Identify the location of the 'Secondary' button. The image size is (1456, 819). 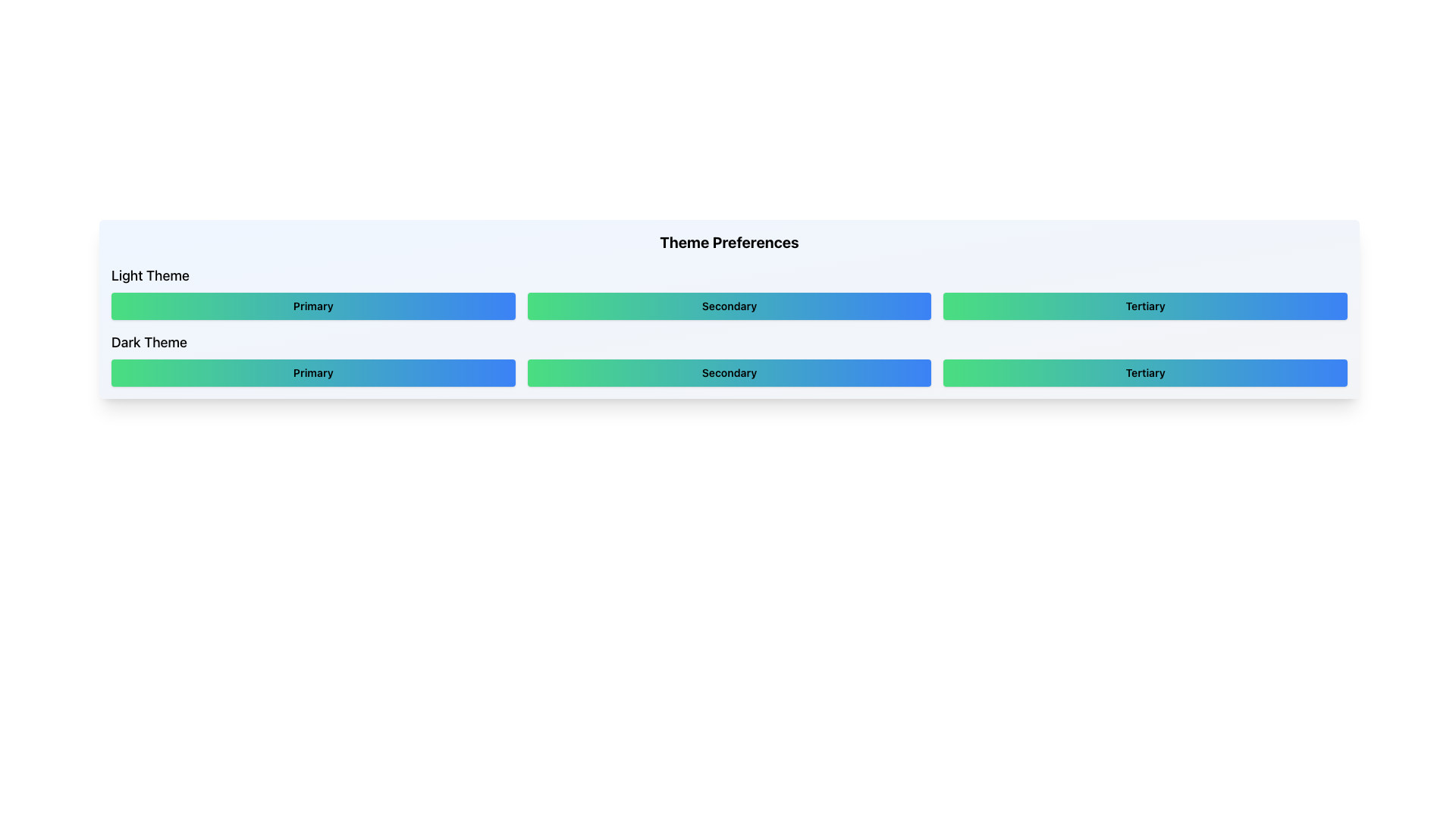
(729, 359).